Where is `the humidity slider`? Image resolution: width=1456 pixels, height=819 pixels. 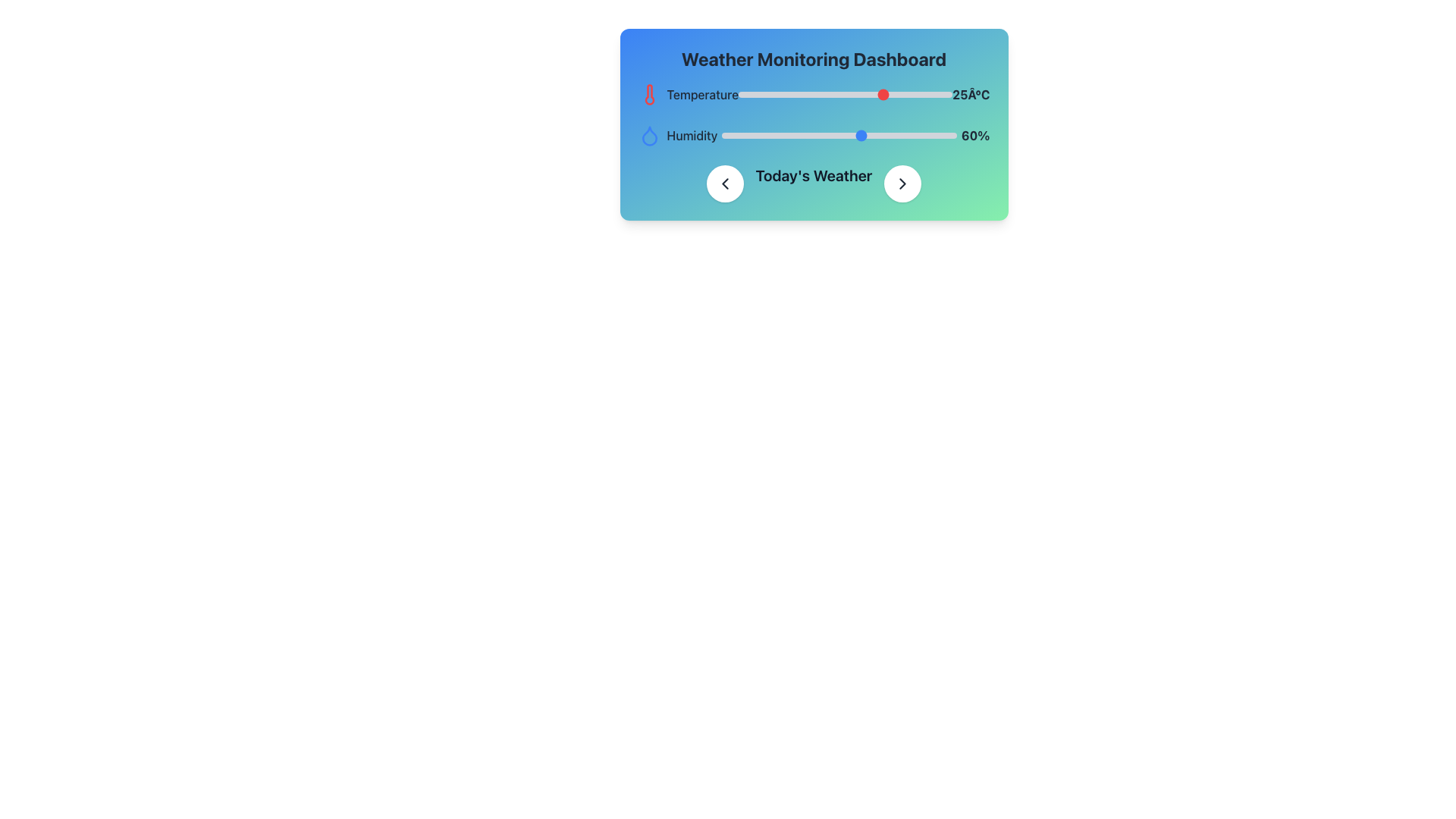 the humidity slider is located at coordinates (822, 134).